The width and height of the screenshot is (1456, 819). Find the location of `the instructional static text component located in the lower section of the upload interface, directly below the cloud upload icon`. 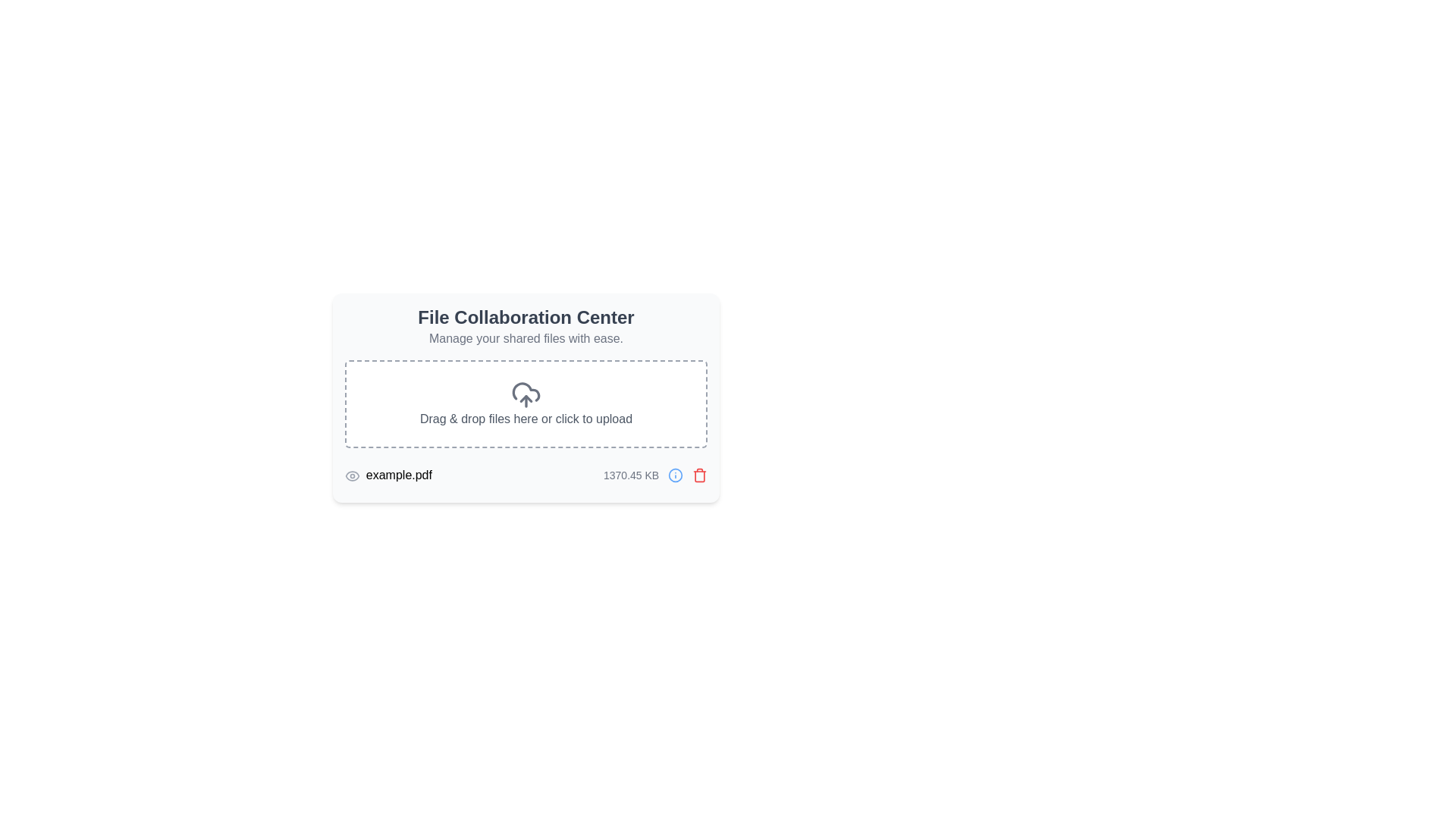

the instructional static text component located in the lower section of the upload interface, directly below the cloud upload icon is located at coordinates (526, 419).